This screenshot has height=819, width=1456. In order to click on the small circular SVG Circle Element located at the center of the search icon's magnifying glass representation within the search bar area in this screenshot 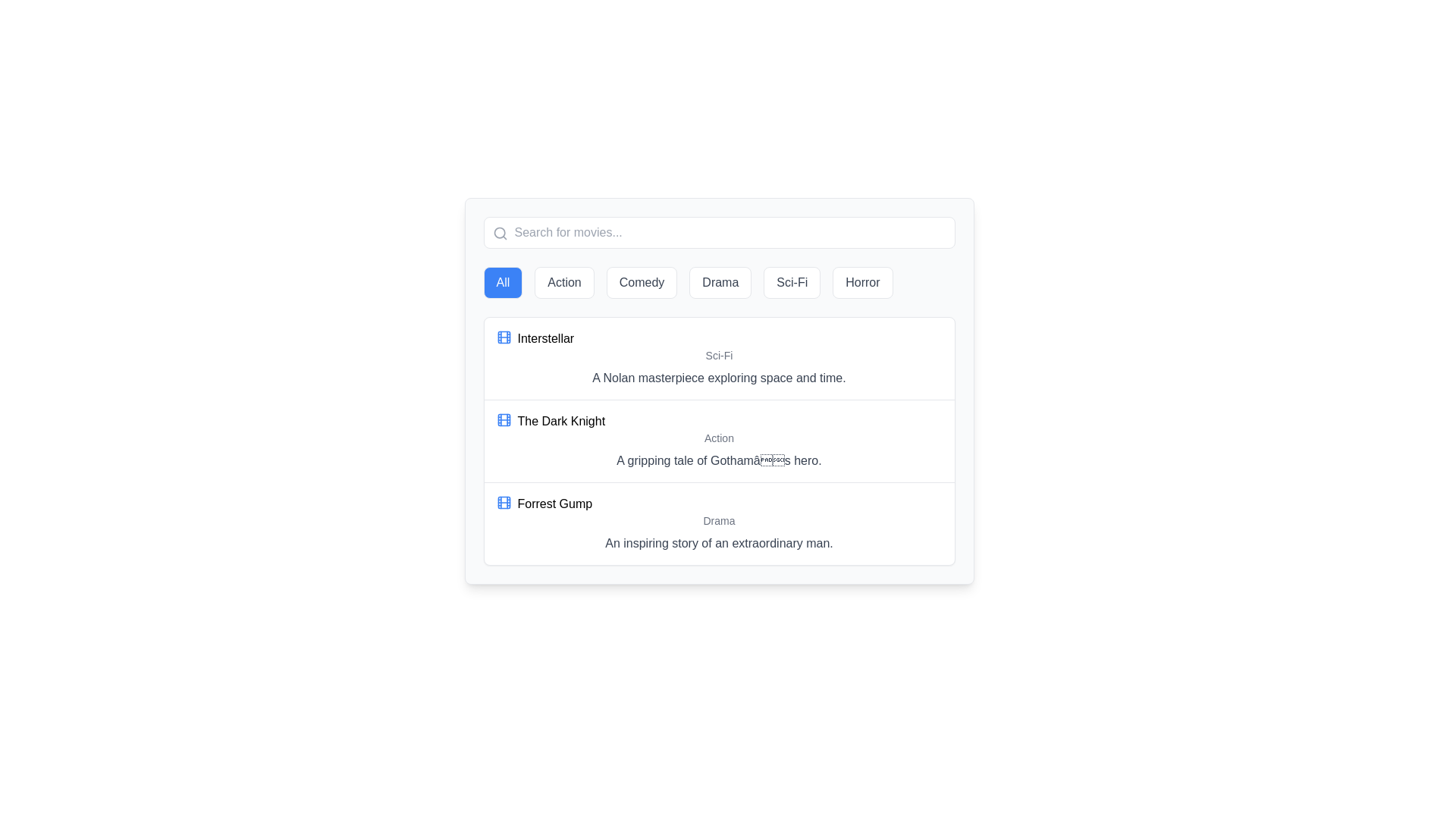, I will do `click(499, 233)`.